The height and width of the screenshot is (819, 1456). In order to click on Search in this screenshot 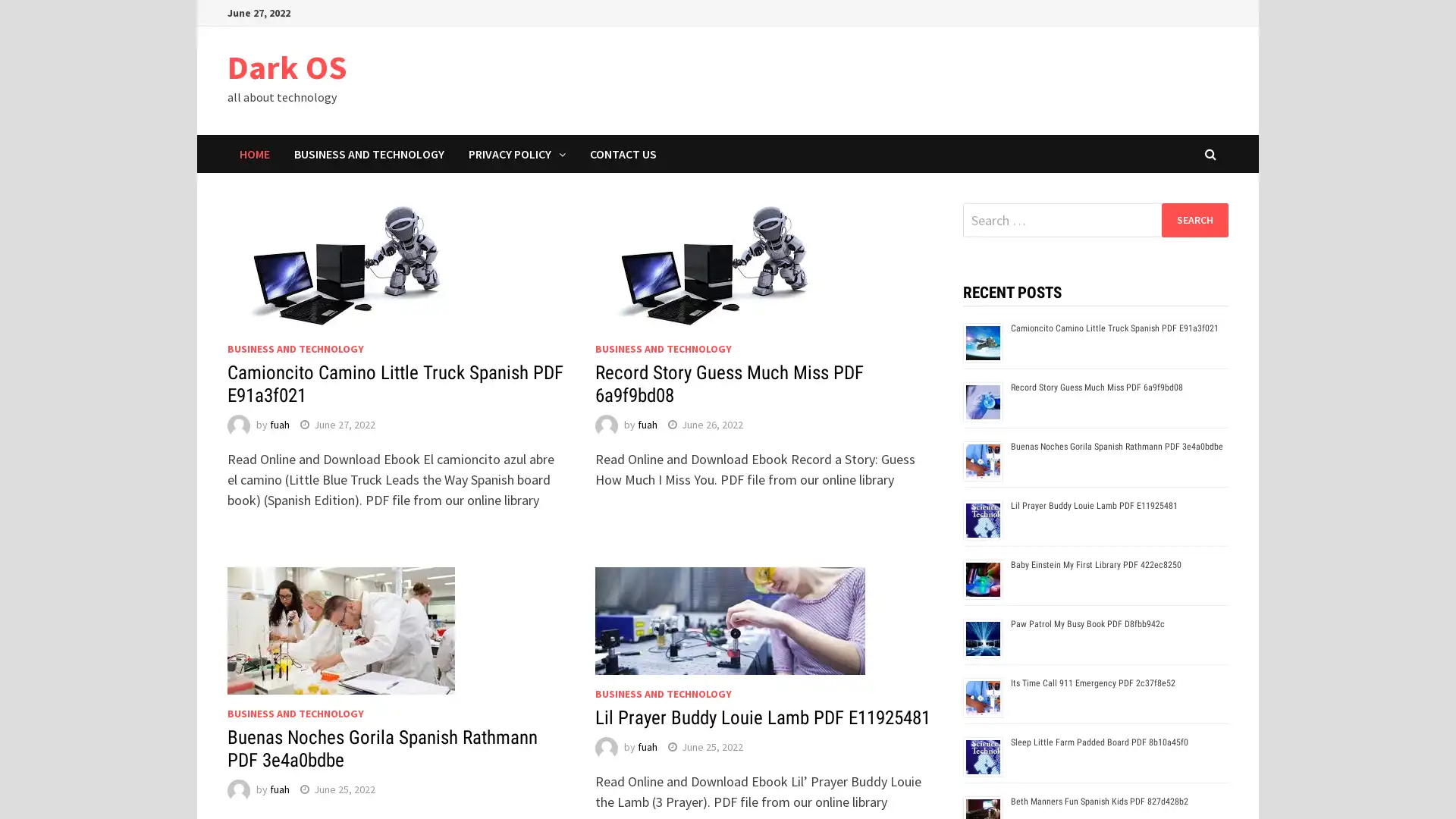, I will do `click(1194, 219)`.